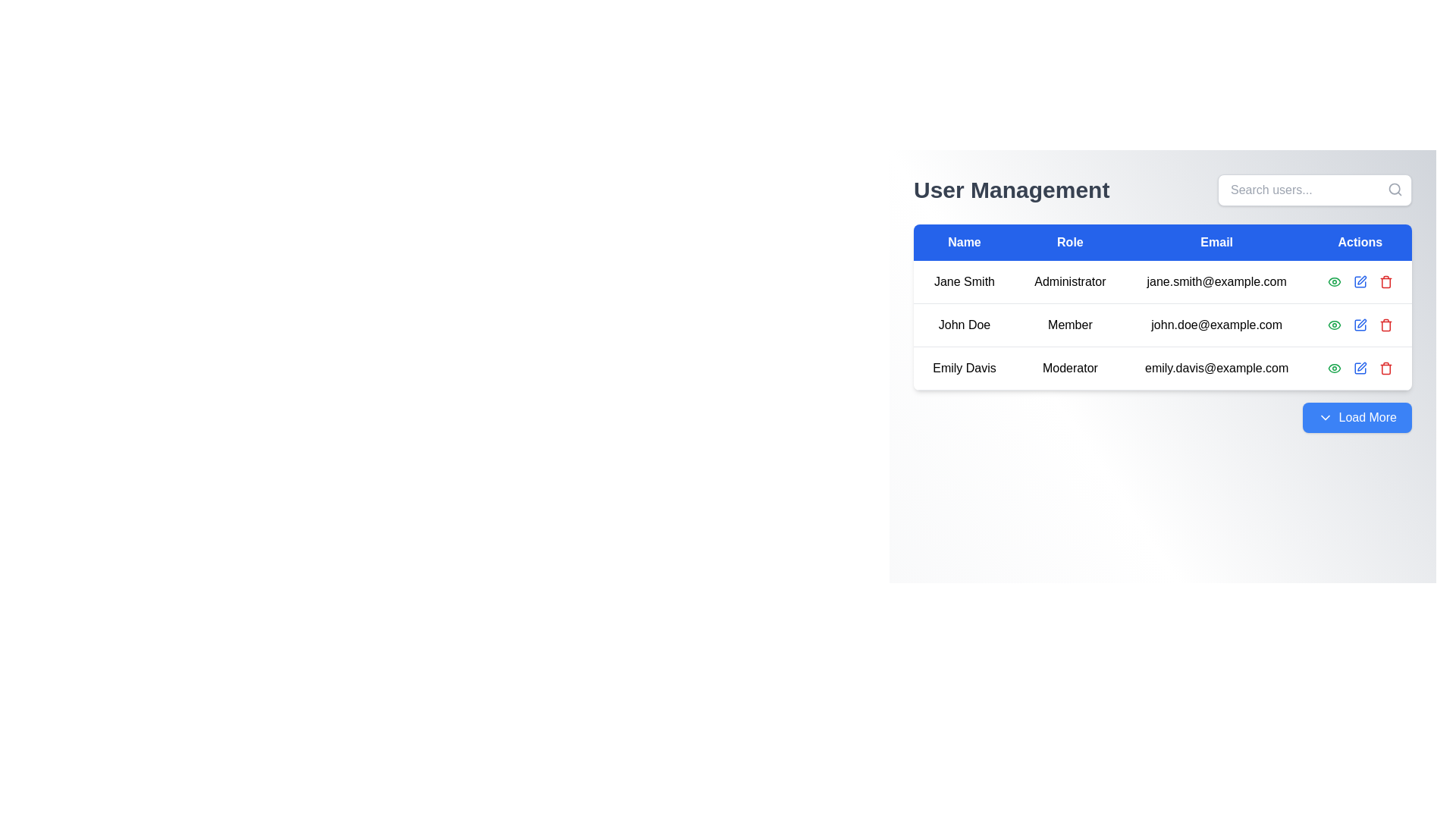 The image size is (1456, 819). What do you see at coordinates (1333, 281) in the screenshot?
I see `the green eye-shaped icon with a circular enclosure and green border located in the 'Actions' column of the first row in the 'User Management' table` at bounding box center [1333, 281].